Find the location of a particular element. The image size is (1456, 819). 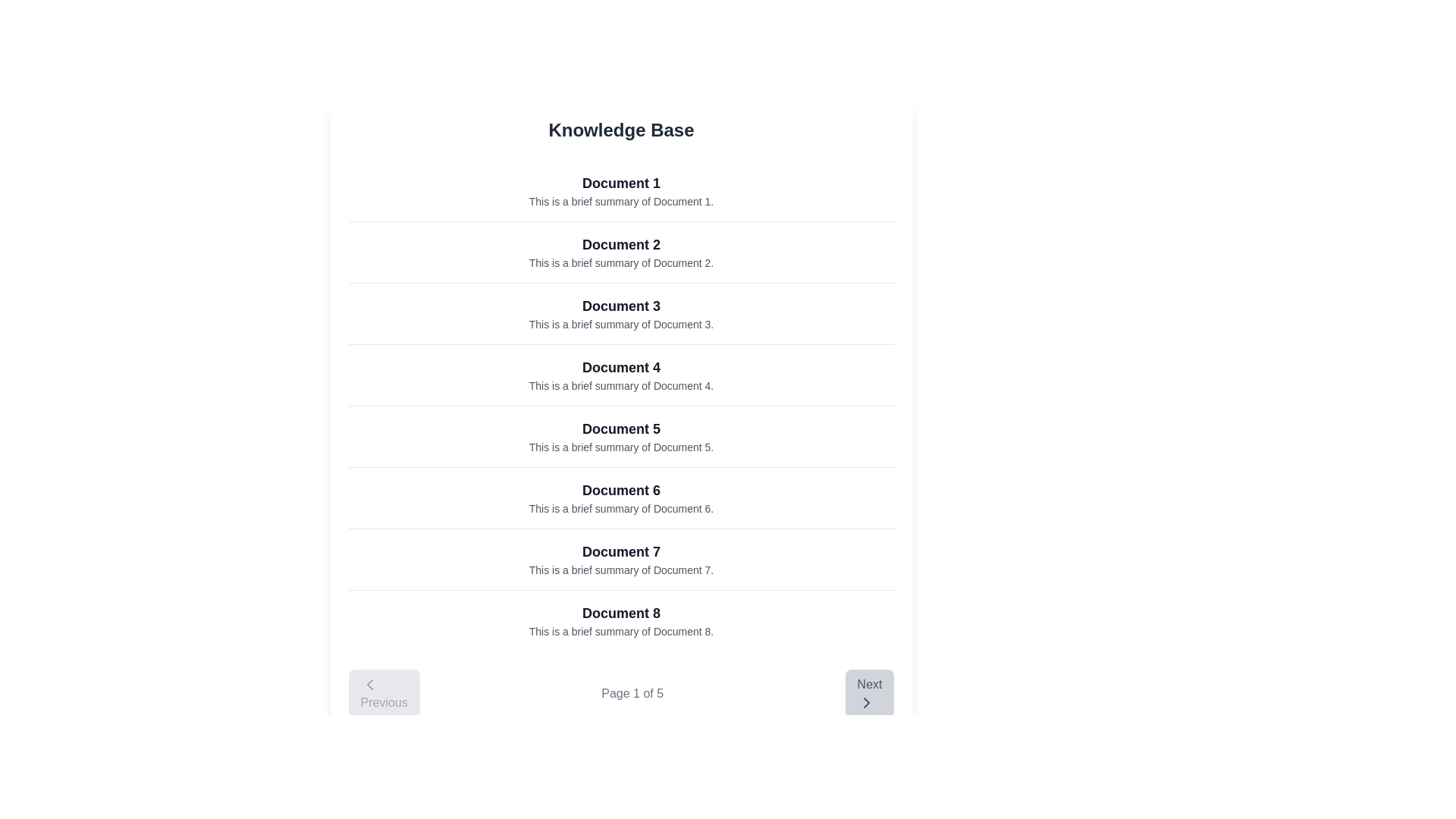

the text label 'Document 6' which is styled in bold and larger font, displayed in black as the title of an information block is located at coordinates (621, 491).